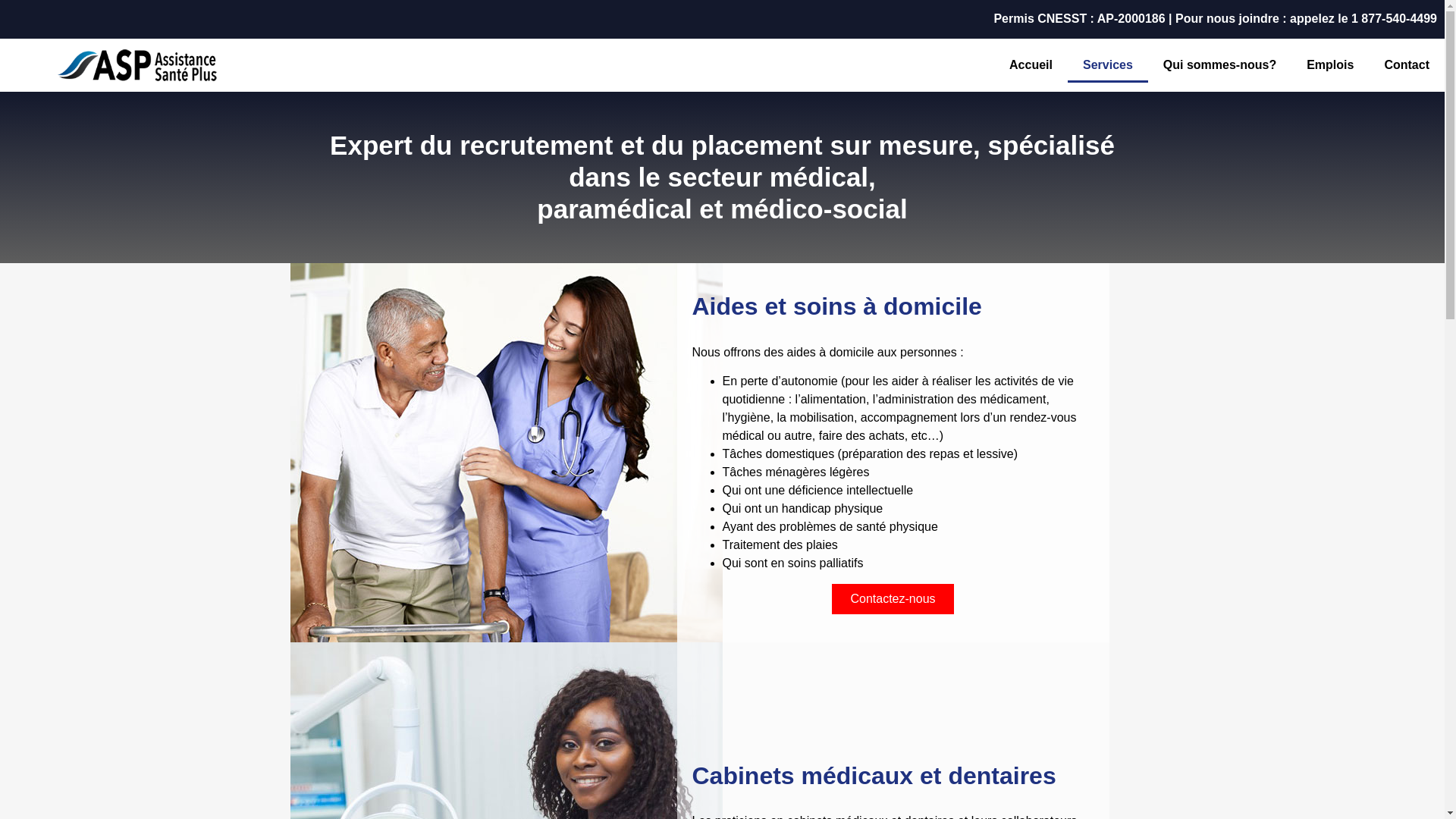 Image resolution: width=1456 pixels, height=819 pixels. I want to click on 'Services', so click(1107, 64).